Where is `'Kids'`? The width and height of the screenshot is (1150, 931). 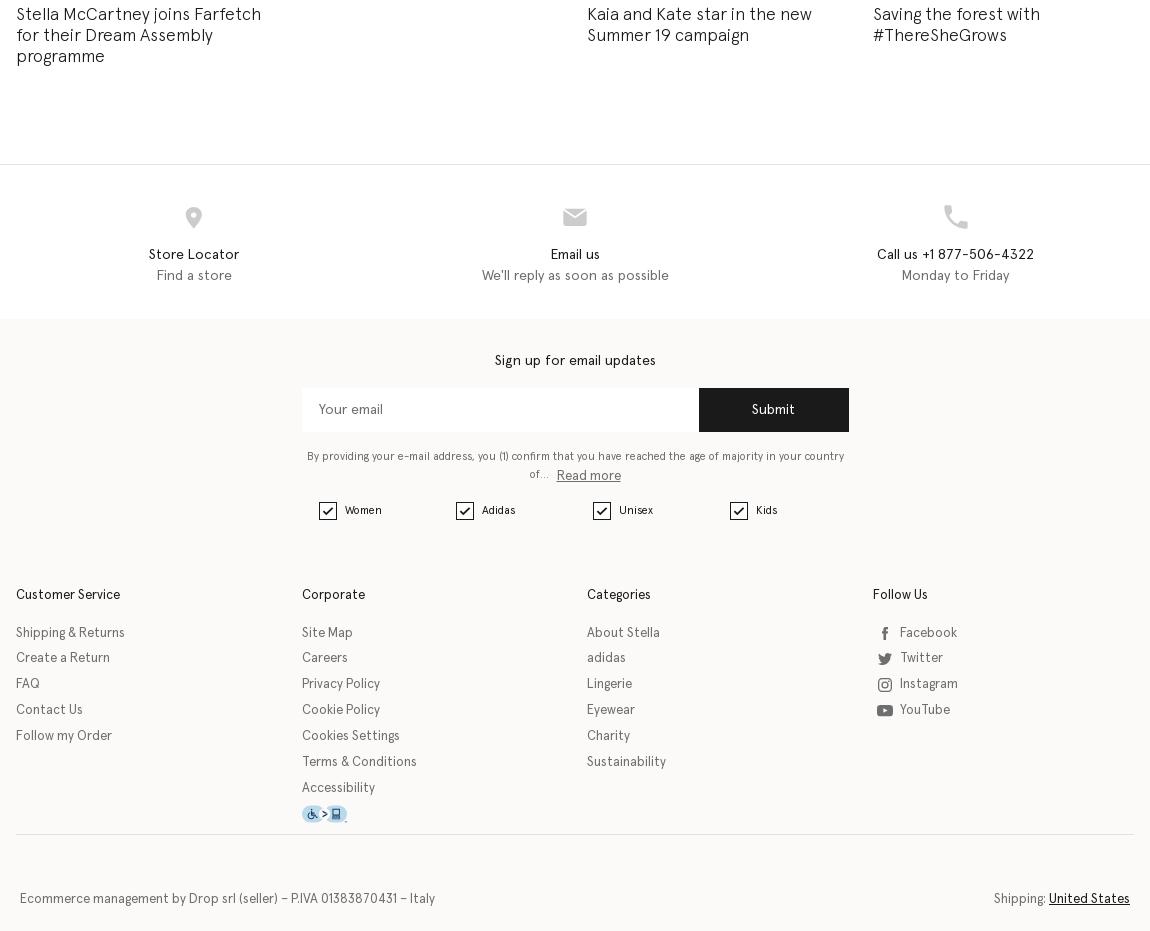
'Kids' is located at coordinates (764, 509).